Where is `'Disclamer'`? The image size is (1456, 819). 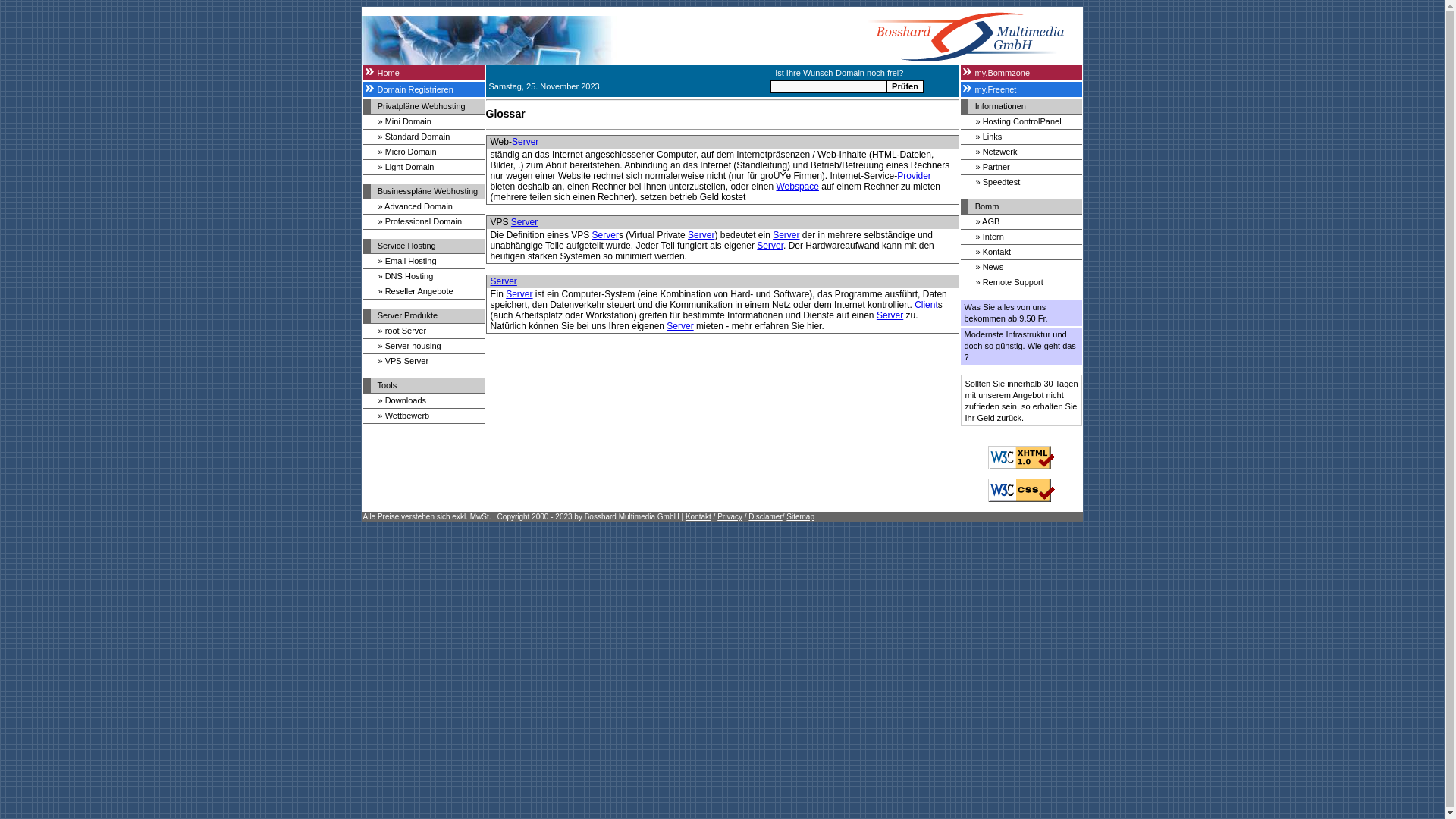
'Disclamer' is located at coordinates (748, 516).